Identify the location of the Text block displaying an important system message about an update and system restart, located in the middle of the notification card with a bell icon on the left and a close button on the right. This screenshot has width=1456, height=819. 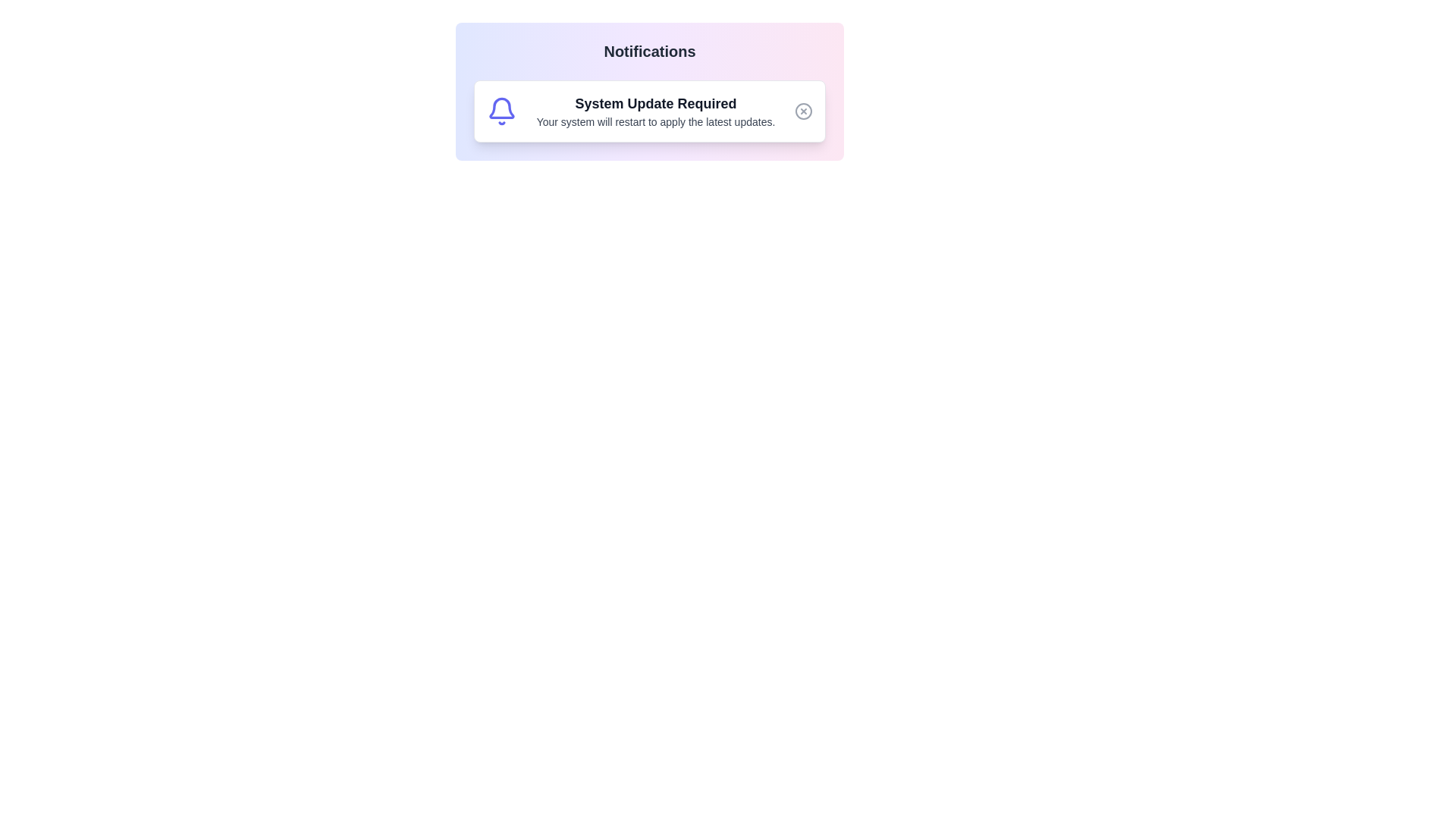
(655, 110).